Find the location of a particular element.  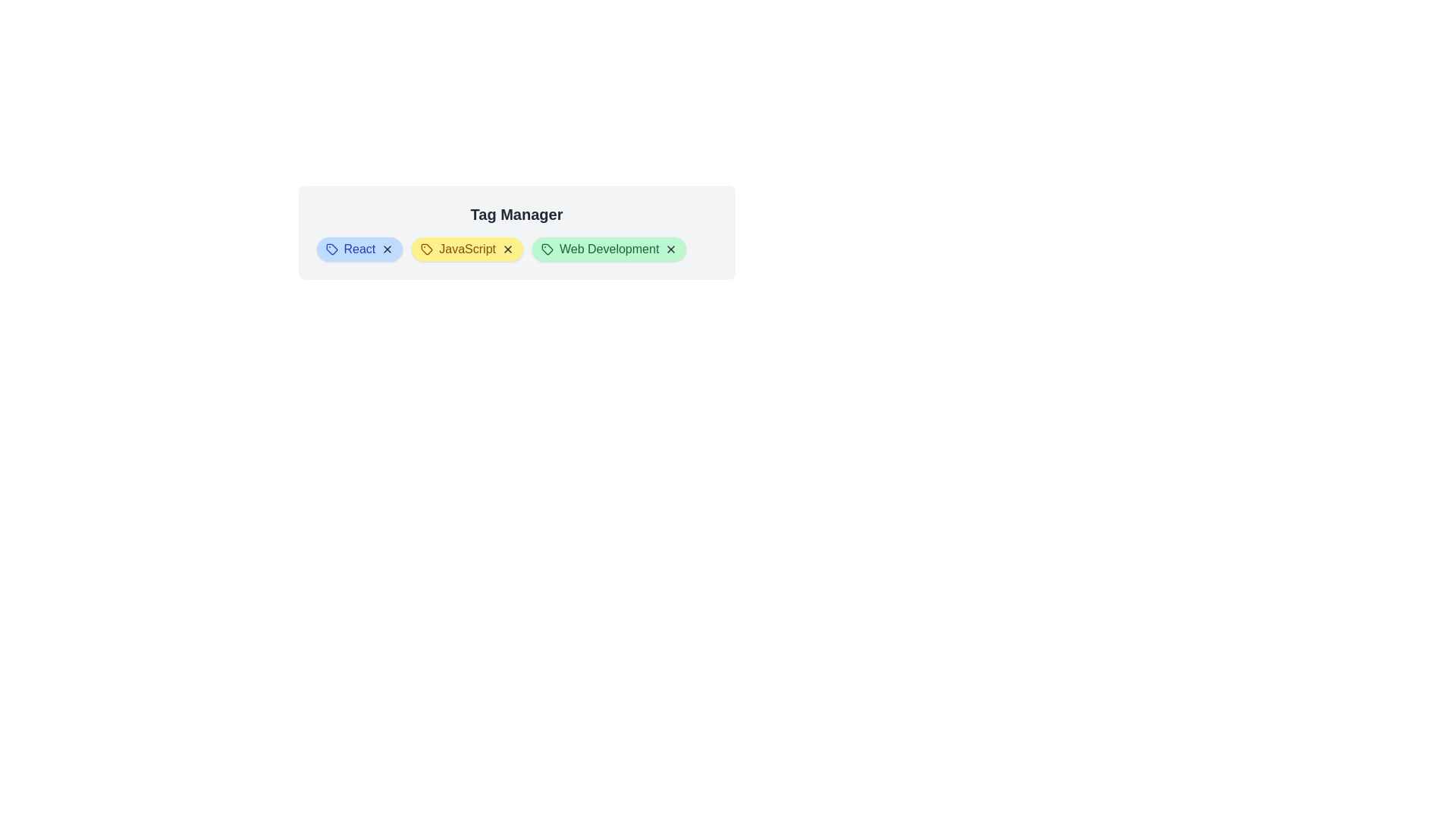

the close button of the tag labeled React is located at coordinates (388, 248).